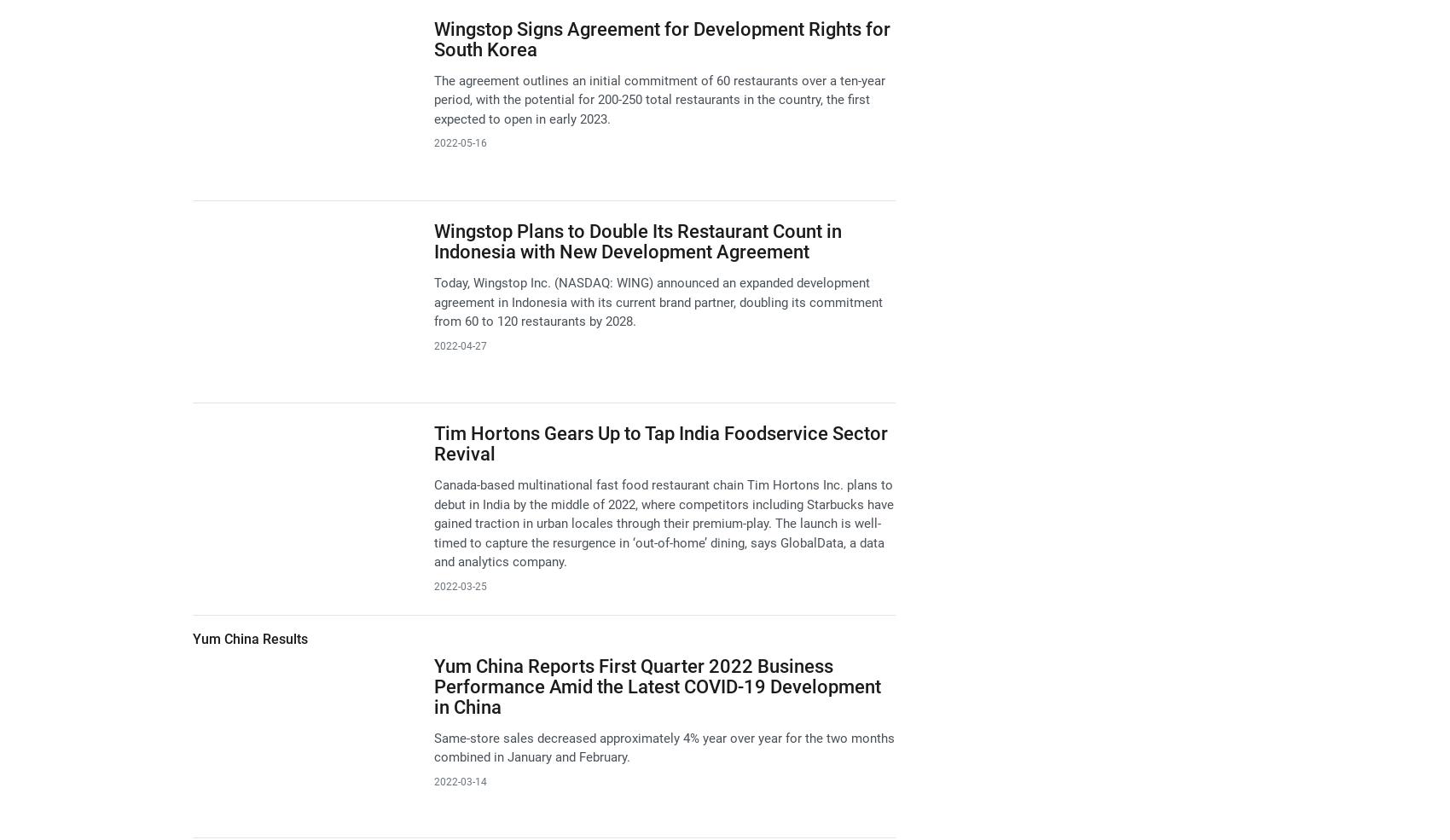 Image resolution: width=1450 pixels, height=840 pixels. What do you see at coordinates (459, 780) in the screenshot?
I see `'2022-03-14'` at bounding box center [459, 780].